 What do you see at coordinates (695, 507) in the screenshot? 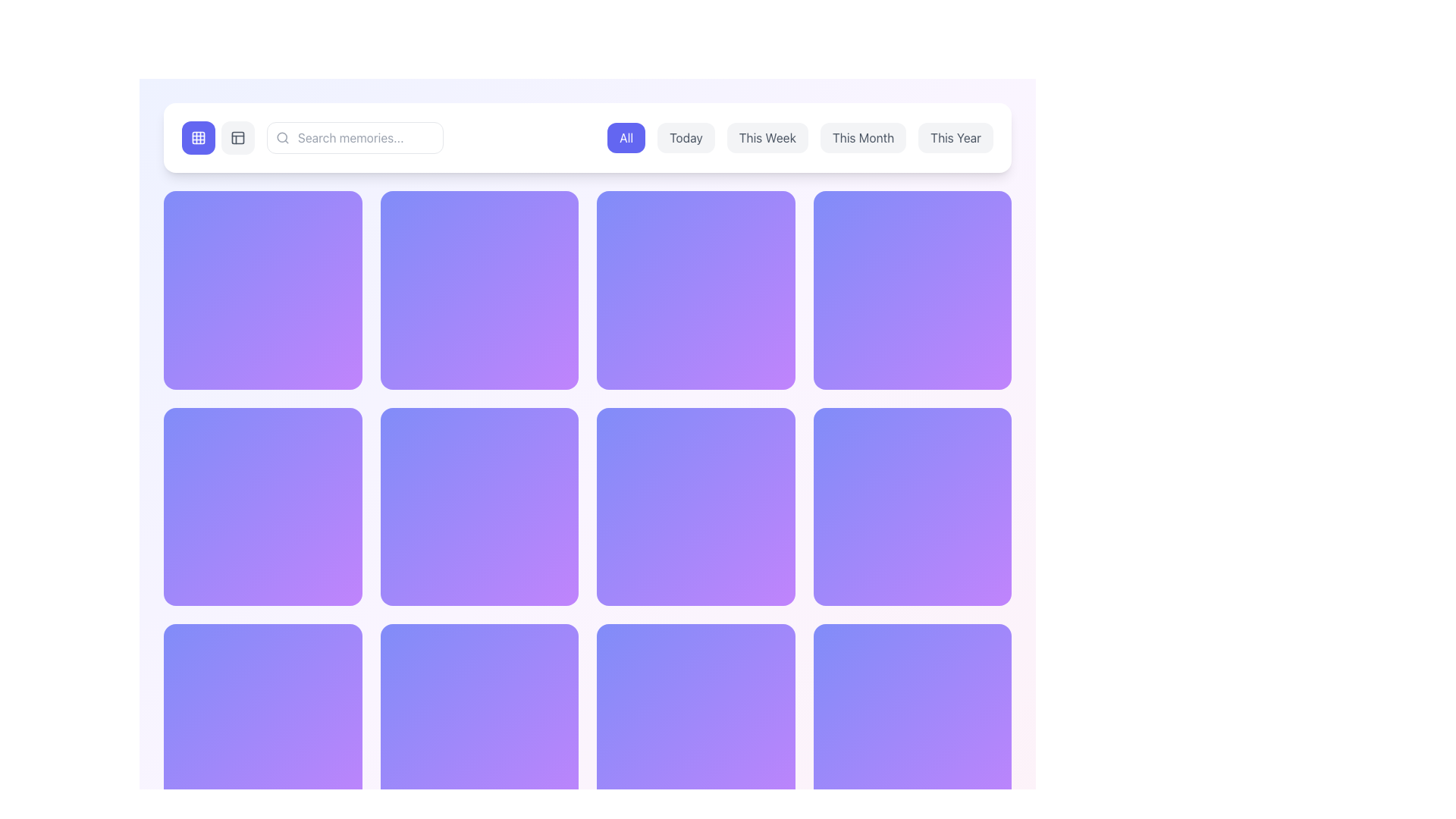
I see `the square card with a gradient background transitioning from indigo to purple, located in the second row and third column of the grid layout` at bounding box center [695, 507].